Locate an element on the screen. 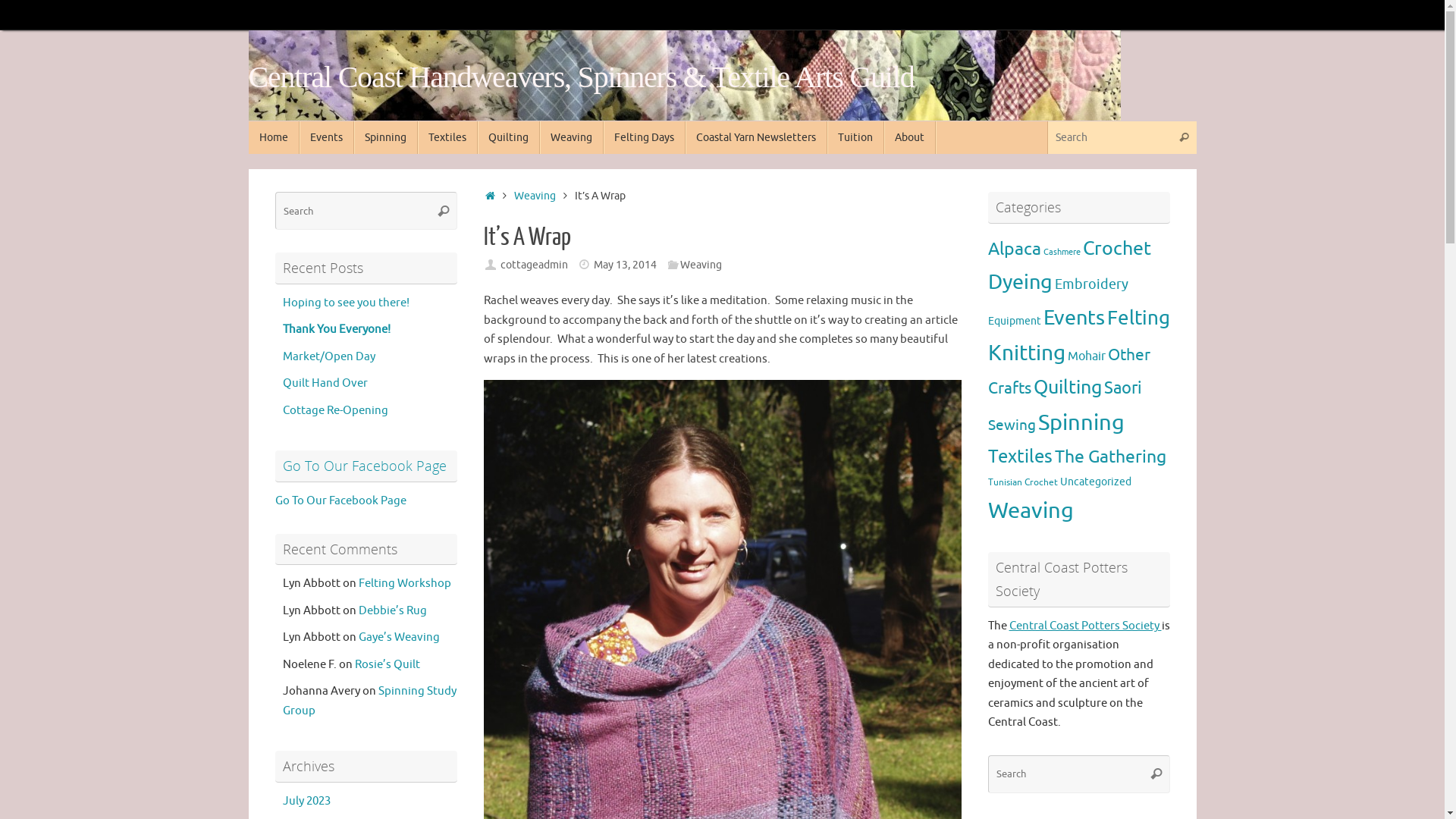  'Cashmere' is located at coordinates (1061, 251).